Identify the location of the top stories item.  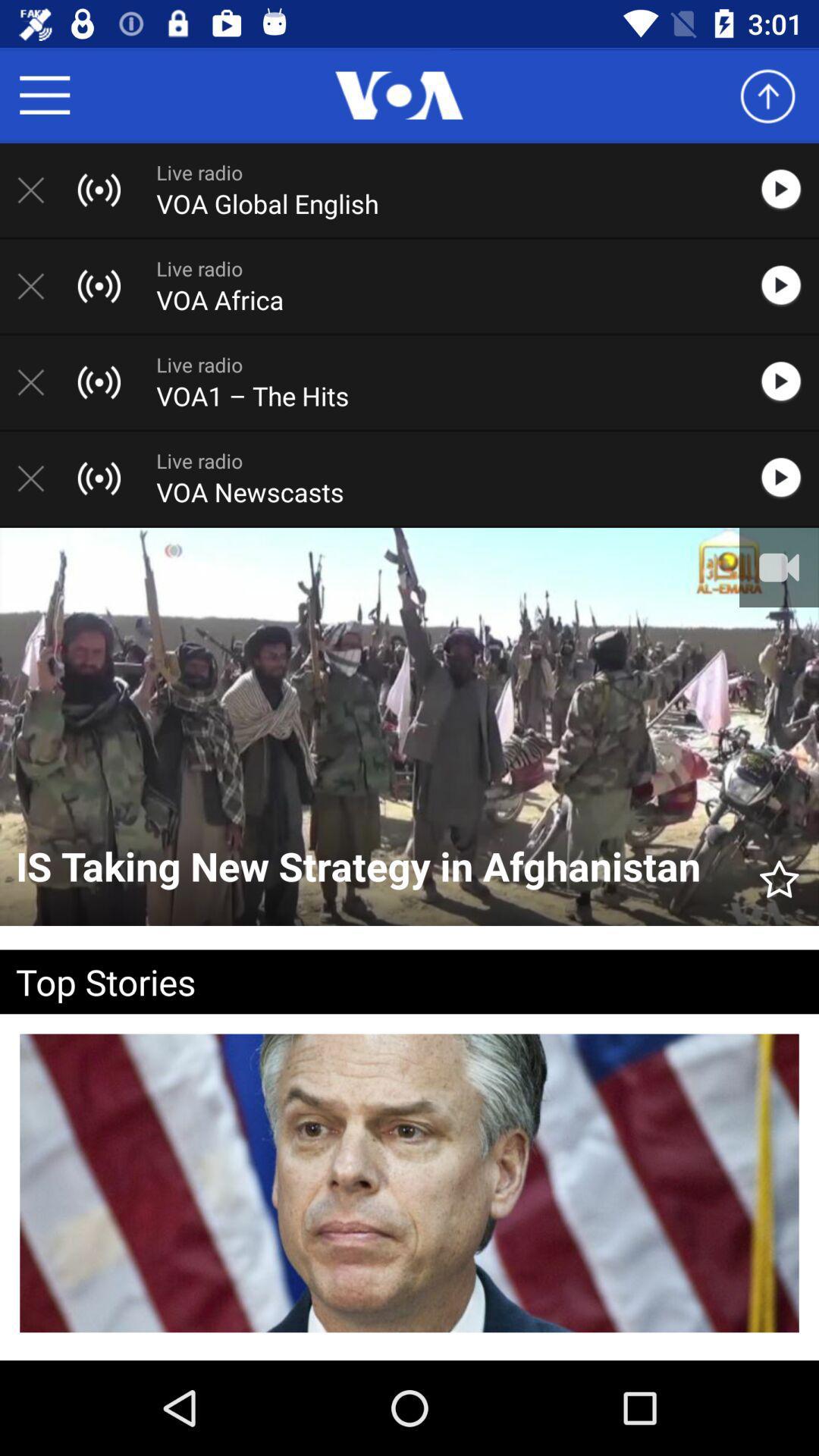
(384, 981).